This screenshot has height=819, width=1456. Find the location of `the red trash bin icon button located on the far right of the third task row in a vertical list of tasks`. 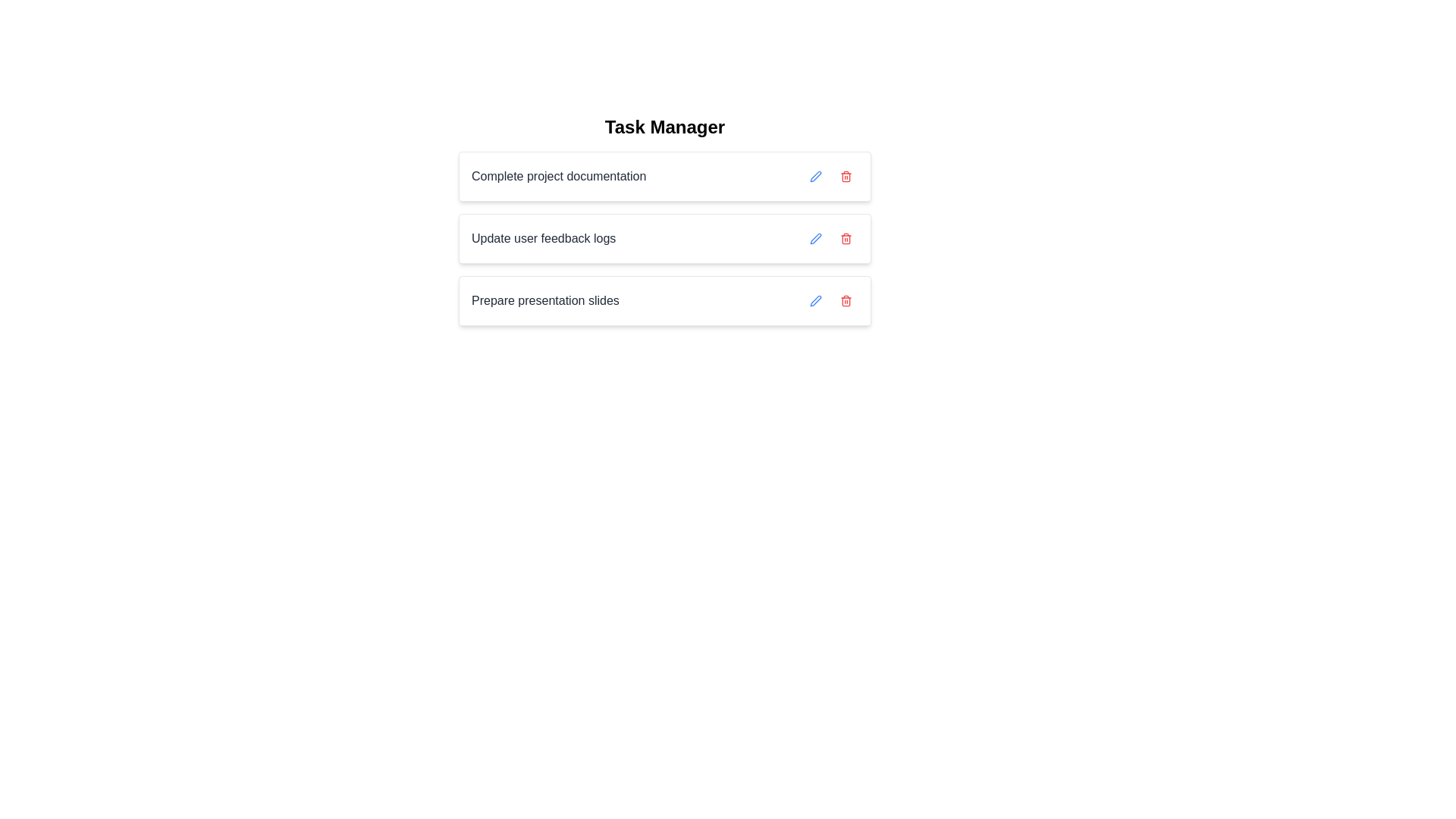

the red trash bin icon button located on the far right of the third task row in a vertical list of tasks is located at coordinates (846, 301).